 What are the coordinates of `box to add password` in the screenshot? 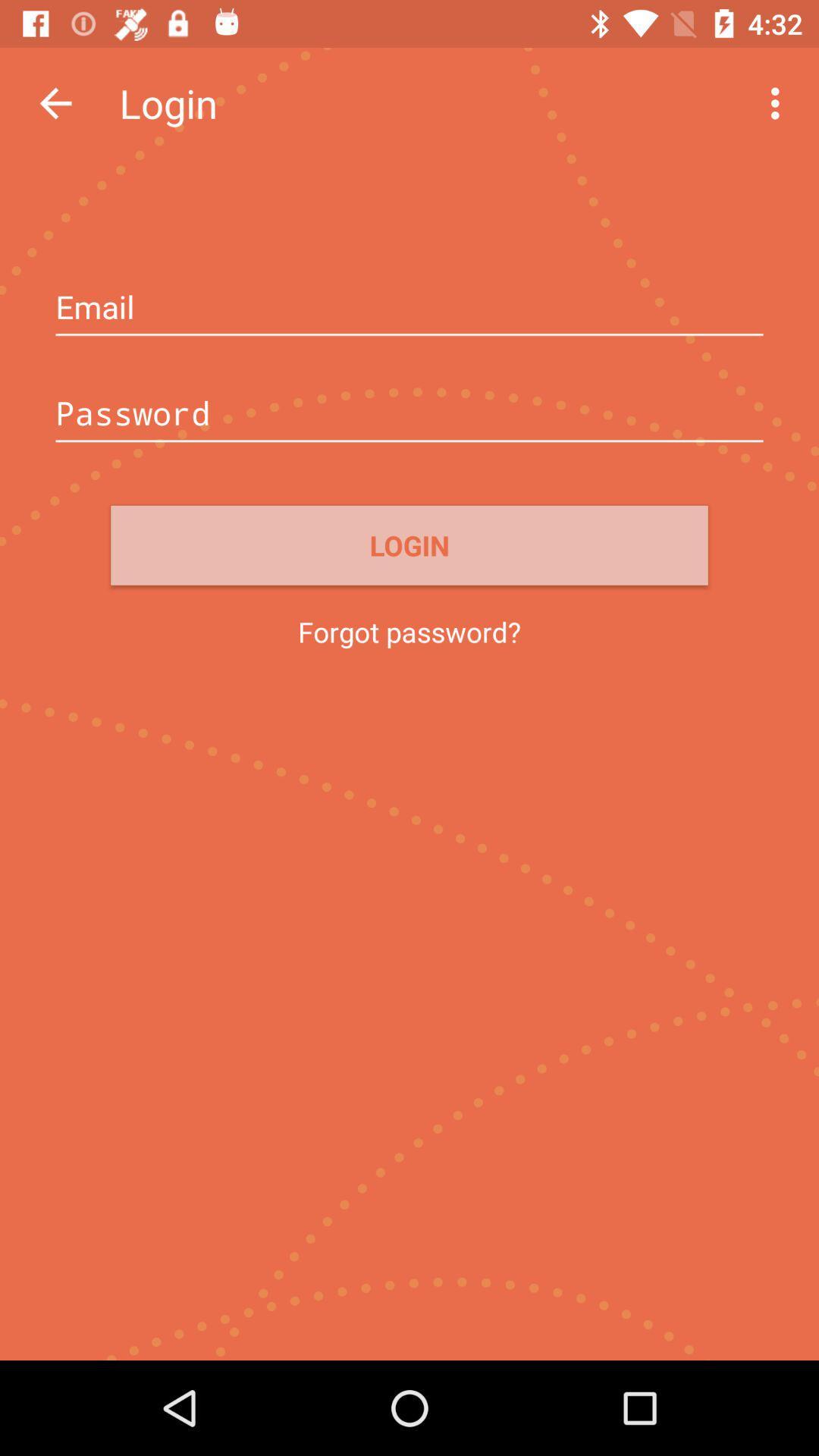 It's located at (409, 415).